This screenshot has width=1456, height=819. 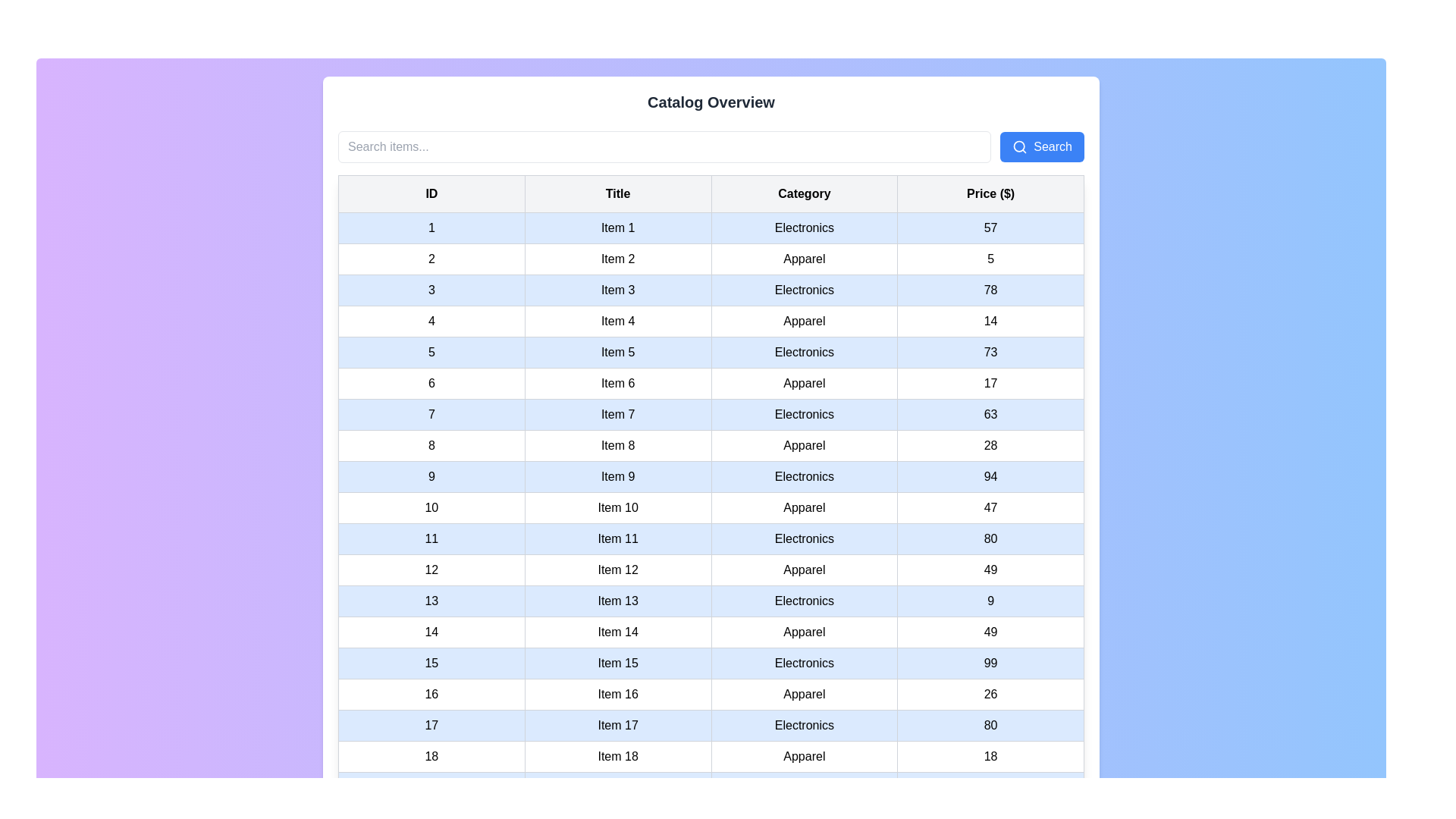 I want to click on the table cell displaying the title of the fifth item in the table, which is located in the second cell of the fifth row under the 'Title' column, so click(x=618, y=353).